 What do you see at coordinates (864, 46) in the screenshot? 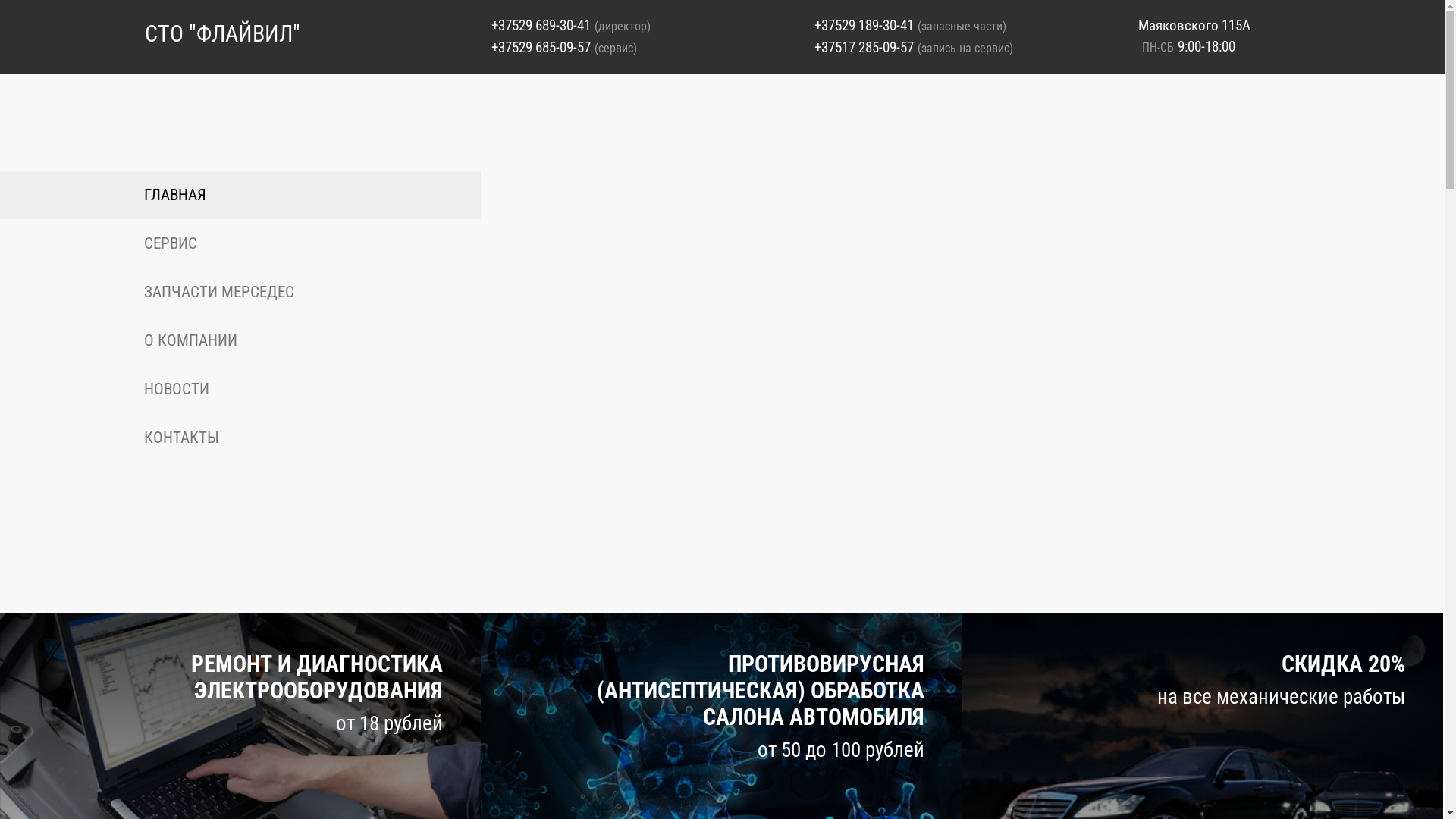
I see `'+37517 285-09-57'` at bounding box center [864, 46].